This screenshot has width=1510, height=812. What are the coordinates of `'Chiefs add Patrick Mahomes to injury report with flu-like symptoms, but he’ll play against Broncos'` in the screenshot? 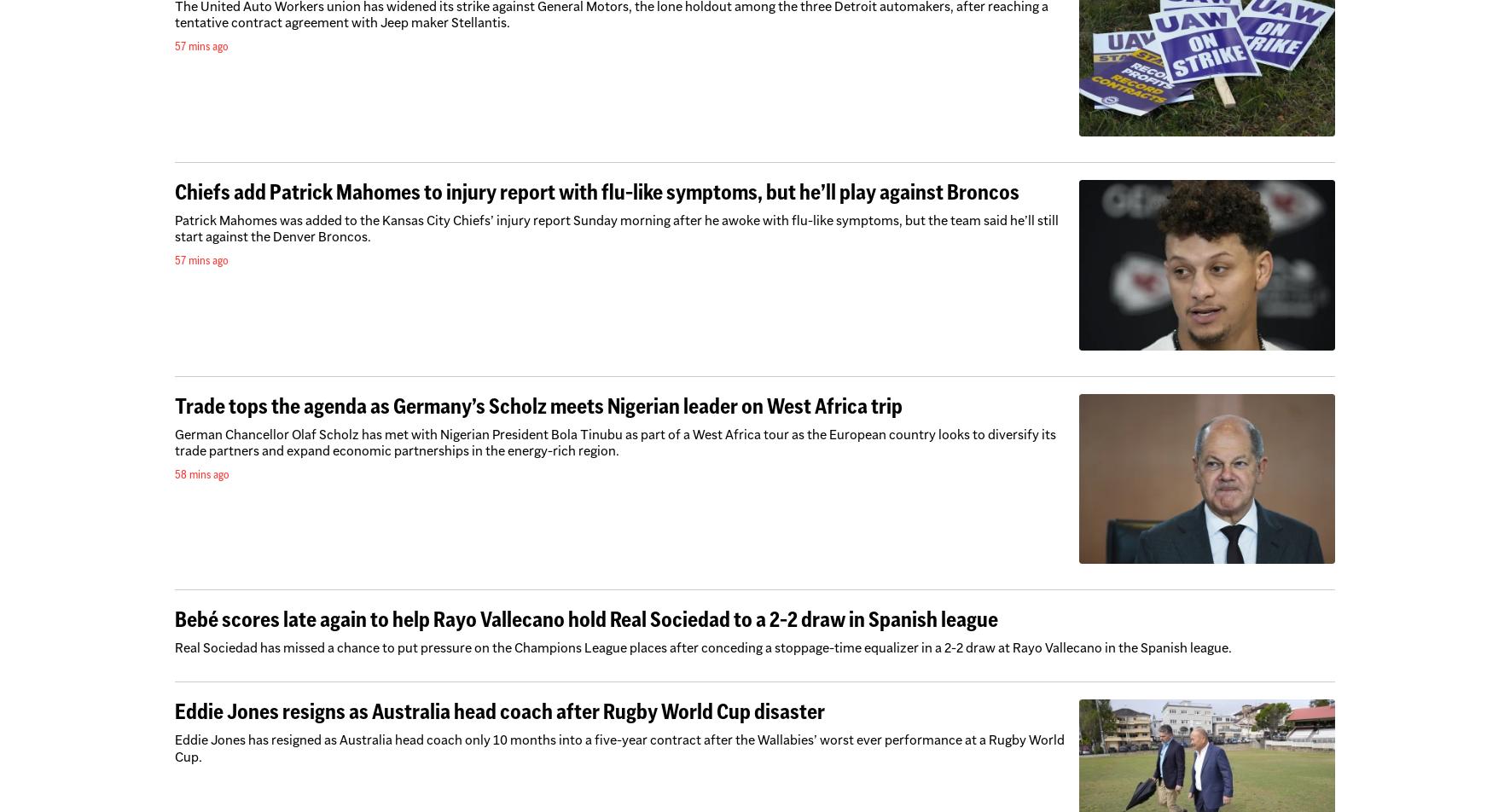 It's located at (596, 191).